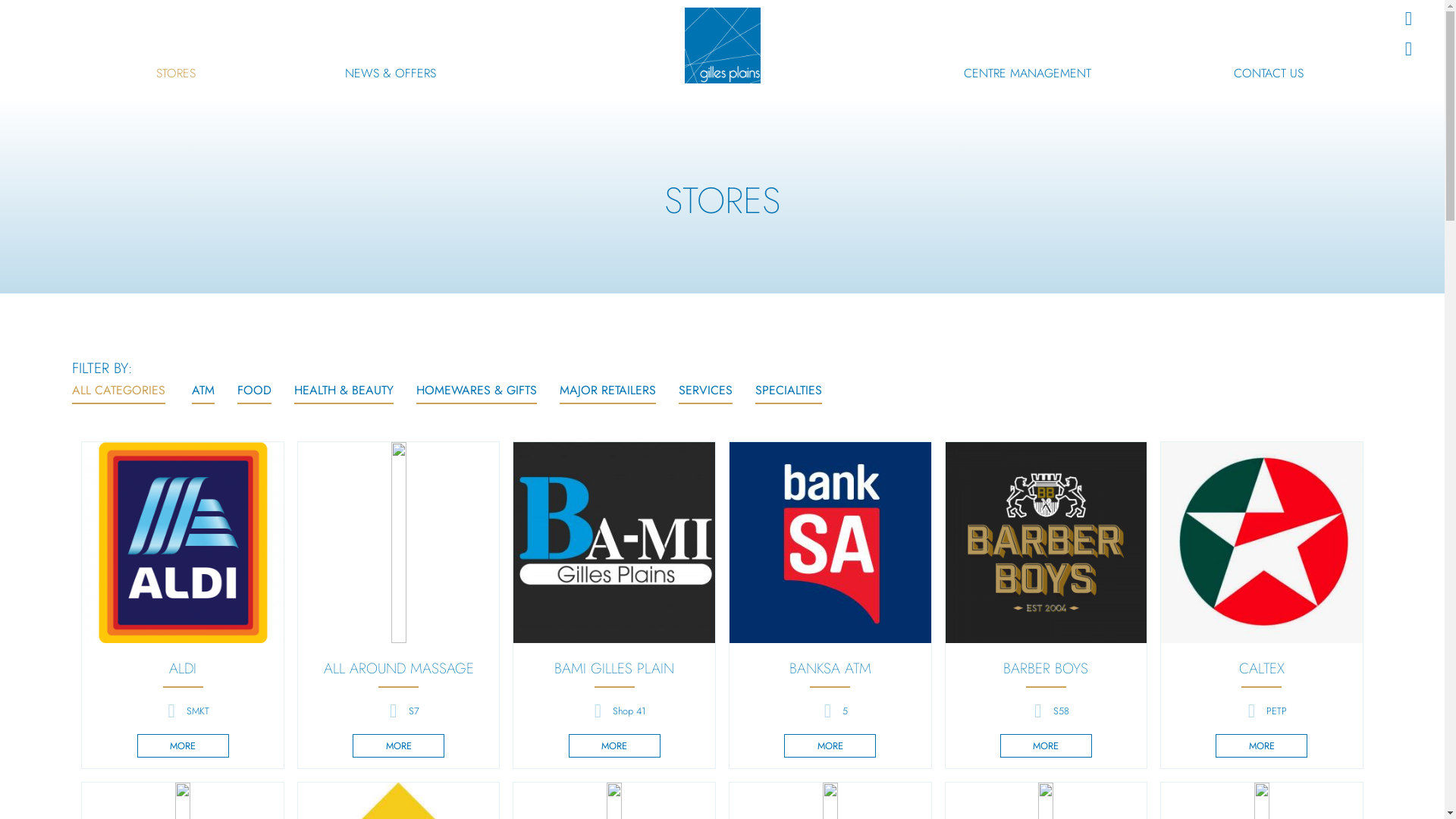  What do you see at coordinates (963, 73) in the screenshot?
I see `'CENTRE MANAGEMENT'` at bounding box center [963, 73].